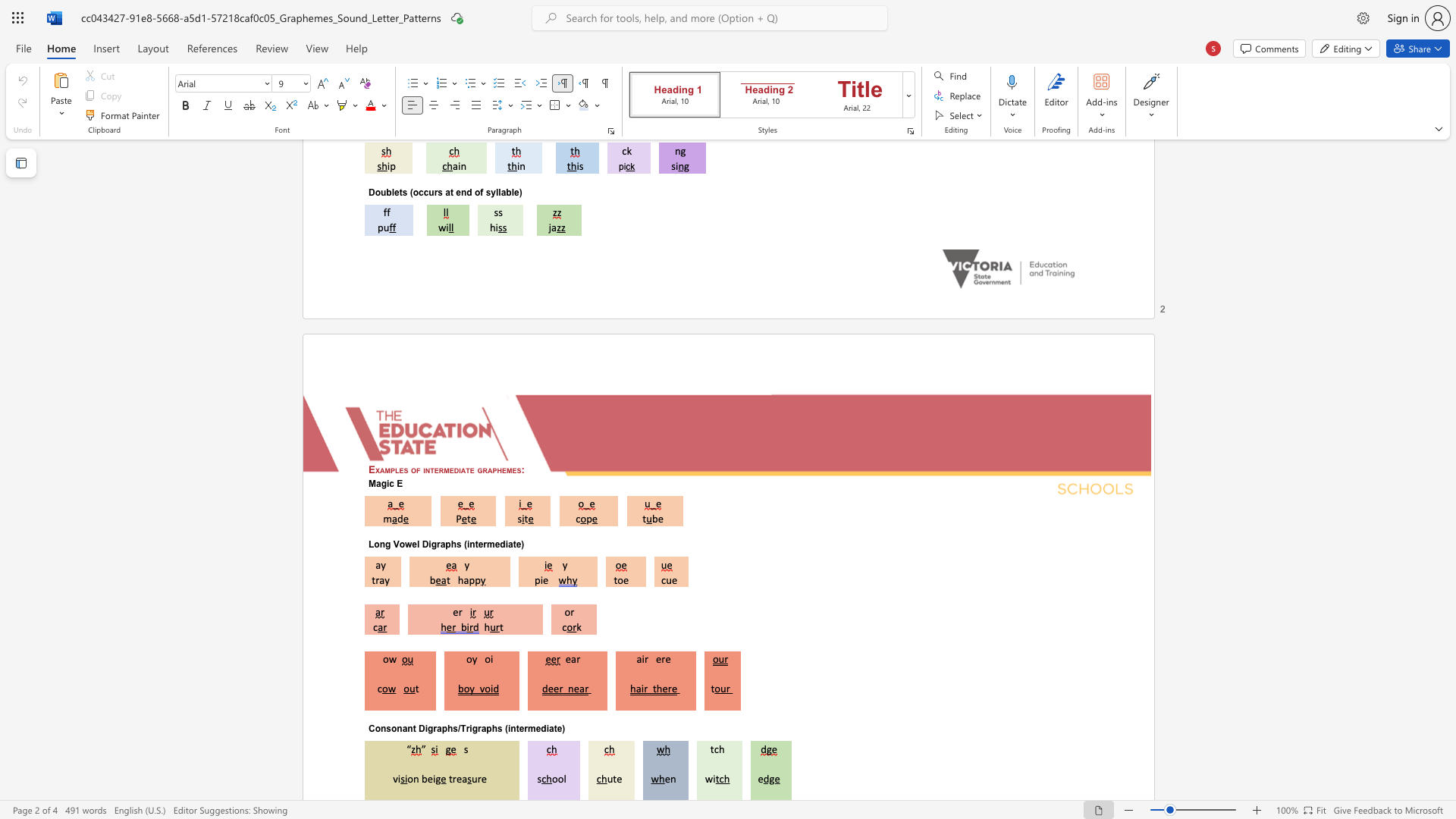  What do you see at coordinates (460, 469) in the screenshot?
I see `the subset text "ate gra" within the text "Examples of intermediate graphemes:"` at bounding box center [460, 469].